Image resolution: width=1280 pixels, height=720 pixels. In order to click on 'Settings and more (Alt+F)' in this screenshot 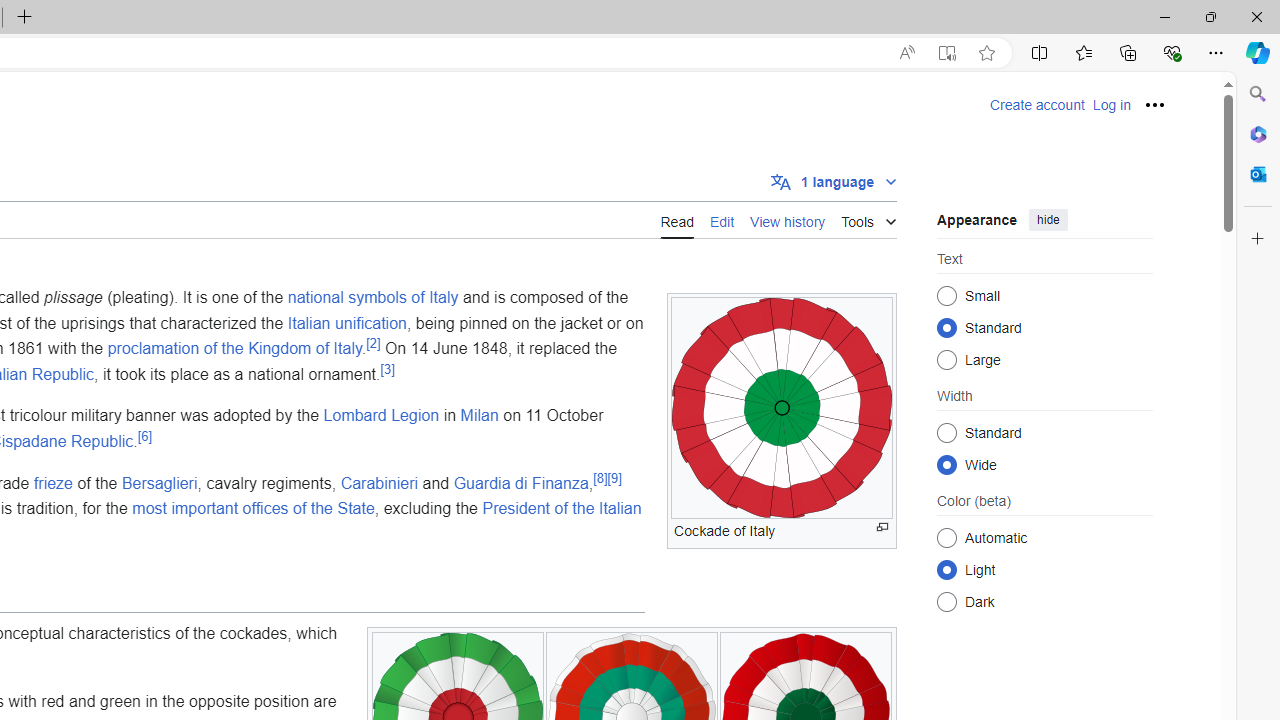, I will do `click(1215, 51)`.